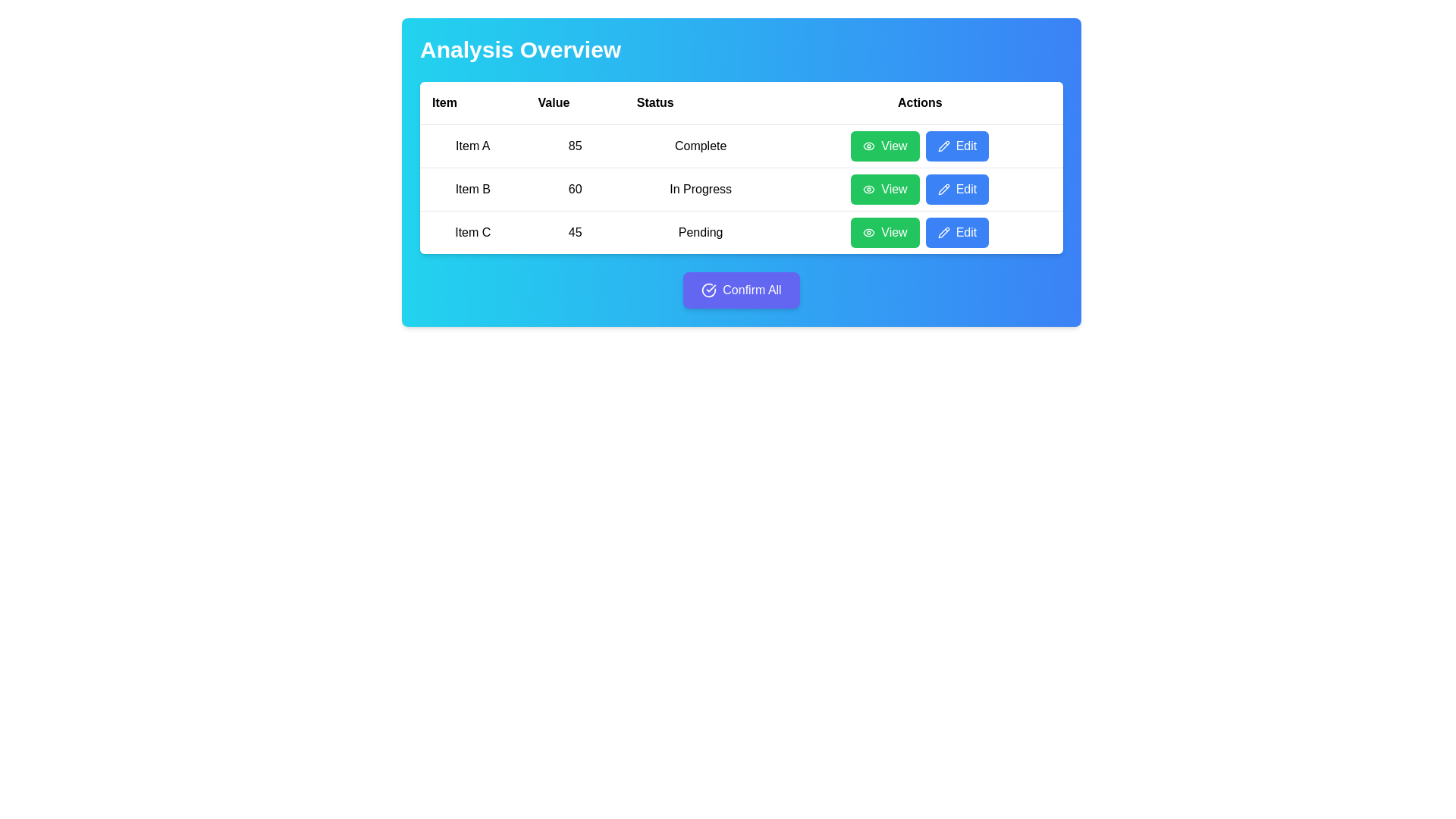 The width and height of the screenshot is (1456, 819). I want to click on the edit button located in the 'Actions' column of the table, positioned to the right of the 'View' button, so click(956, 146).